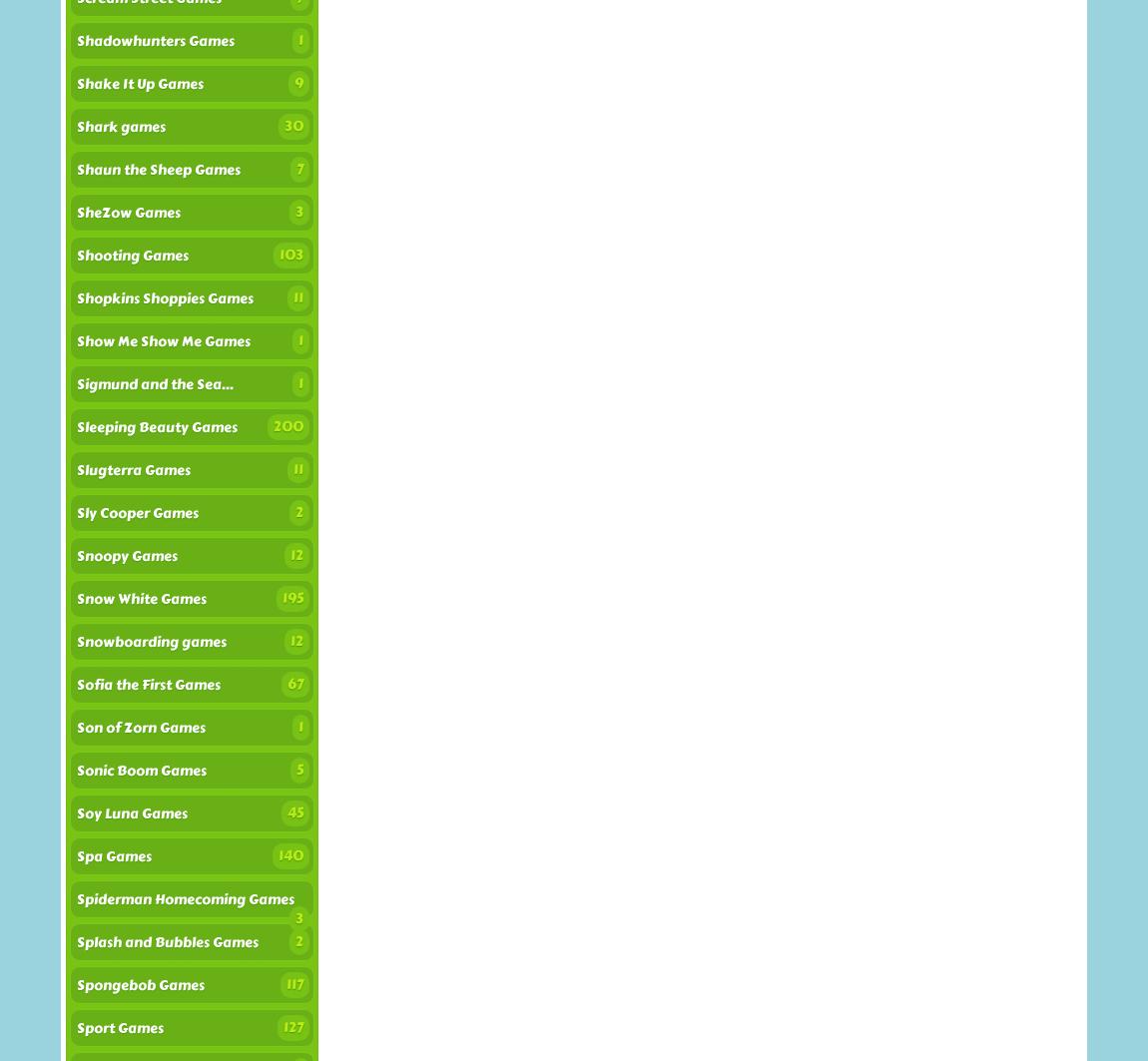 This screenshot has height=1061, width=1148. Describe the element at coordinates (120, 127) in the screenshot. I see `'Shark games'` at that location.